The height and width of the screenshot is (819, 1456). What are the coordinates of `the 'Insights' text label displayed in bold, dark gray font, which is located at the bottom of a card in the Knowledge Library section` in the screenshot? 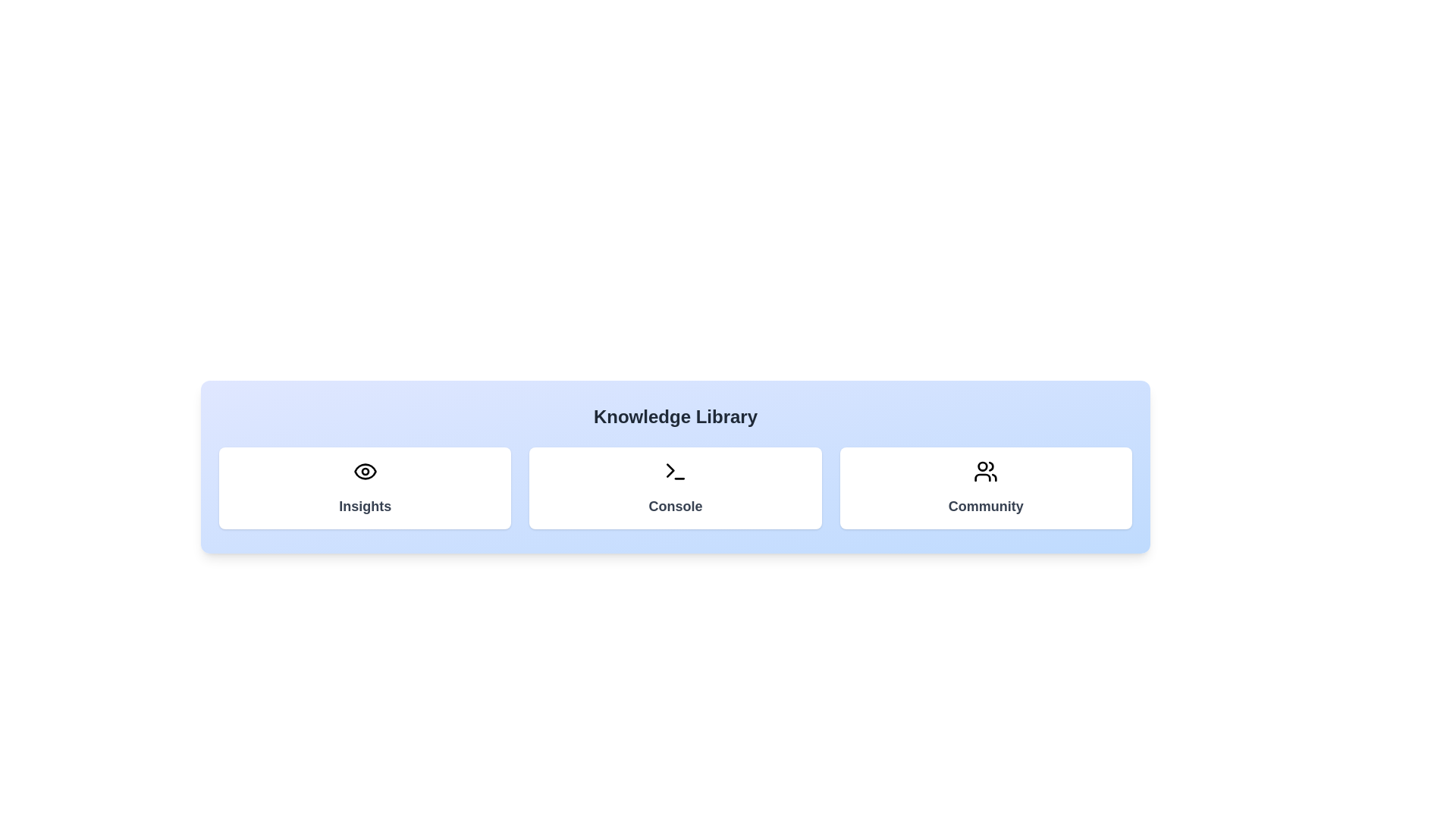 It's located at (365, 506).